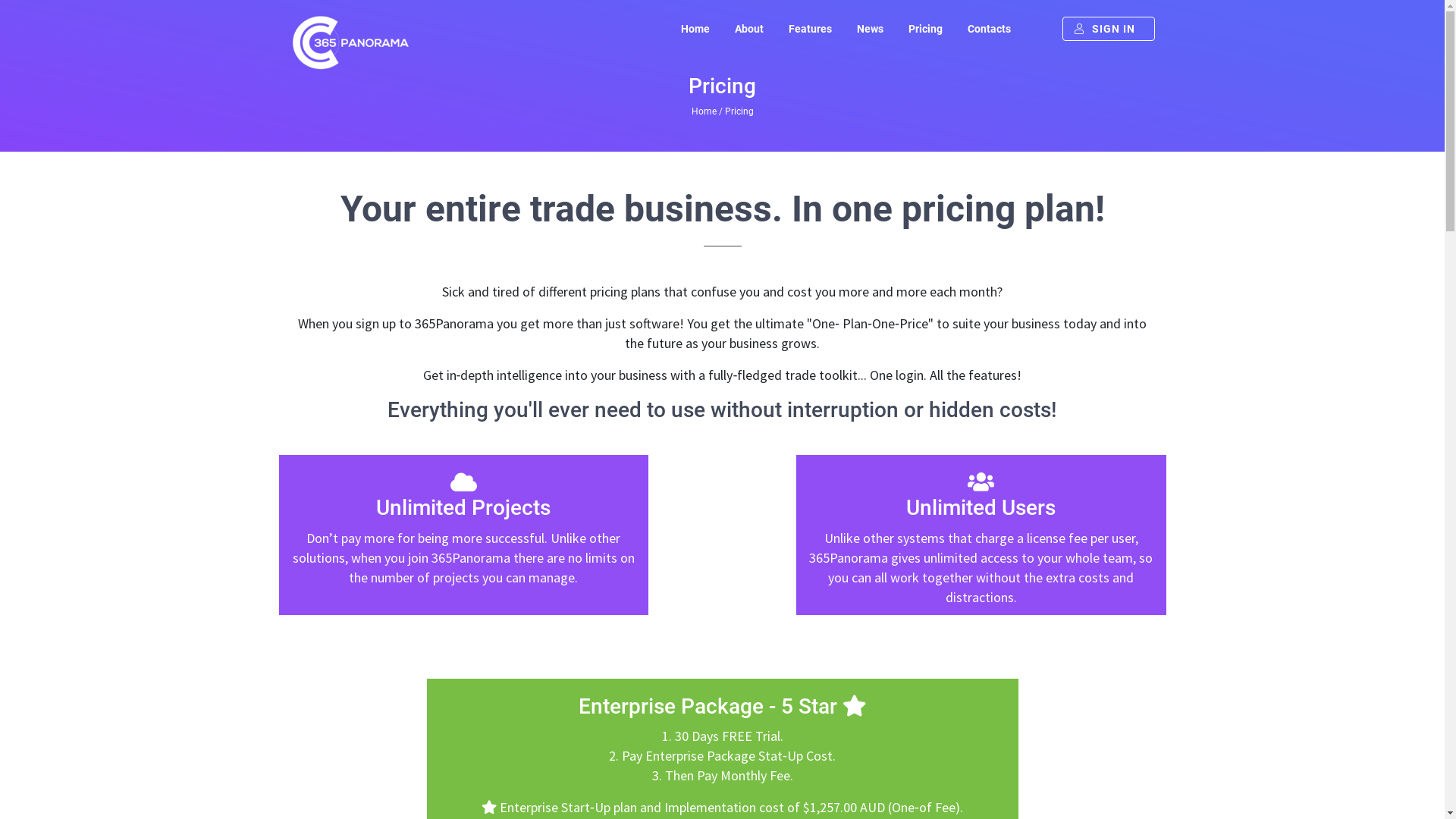 The height and width of the screenshot is (819, 1456). I want to click on 'Contacts', so click(988, 29).